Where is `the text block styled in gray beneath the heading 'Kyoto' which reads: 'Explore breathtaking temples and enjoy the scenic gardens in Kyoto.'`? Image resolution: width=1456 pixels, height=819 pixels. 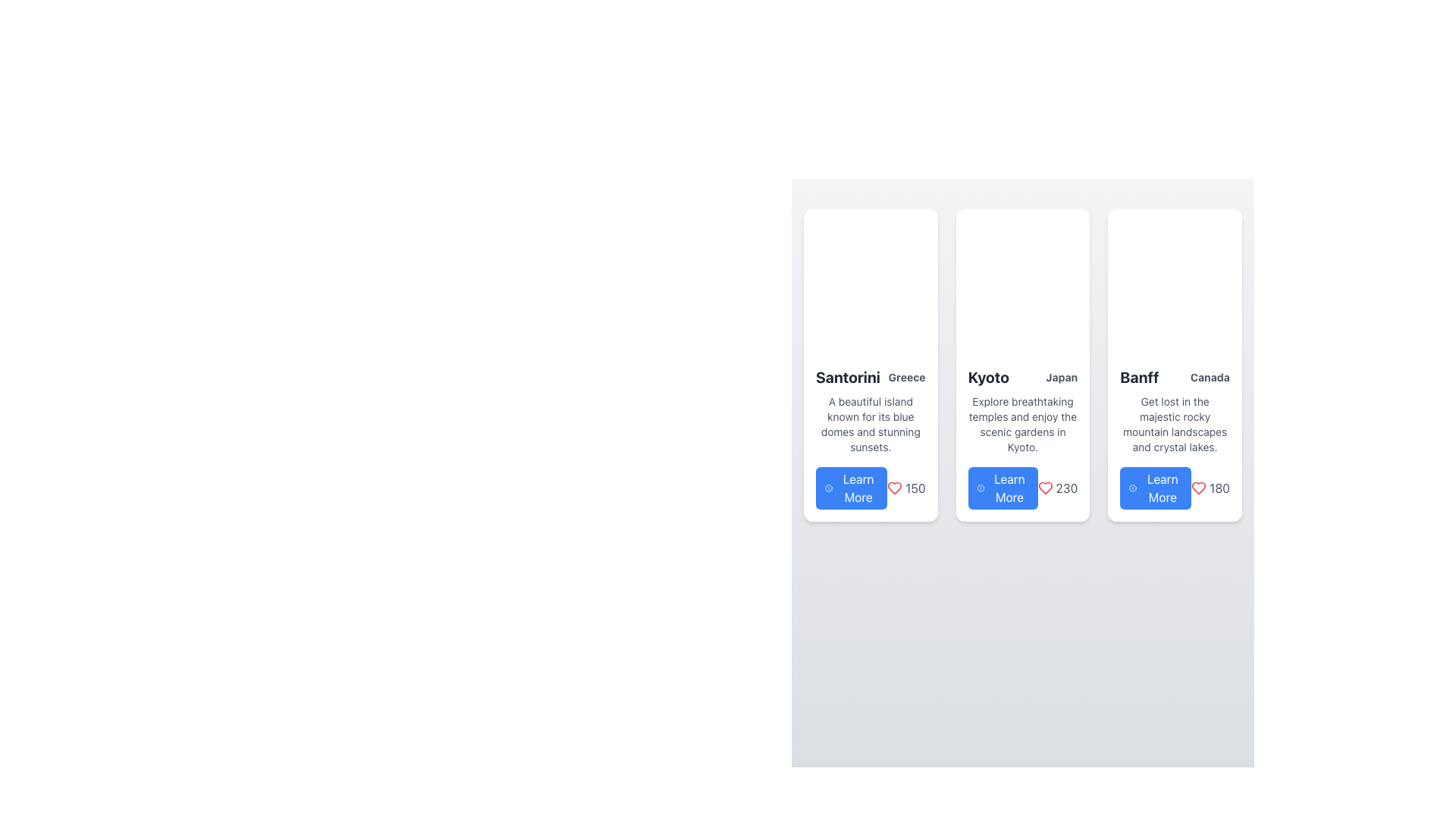 the text block styled in gray beneath the heading 'Kyoto' which reads: 'Explore breathtaking temples and enjoy the scenic gardens in Kyoto.' is located at coordinates (1022, 424).